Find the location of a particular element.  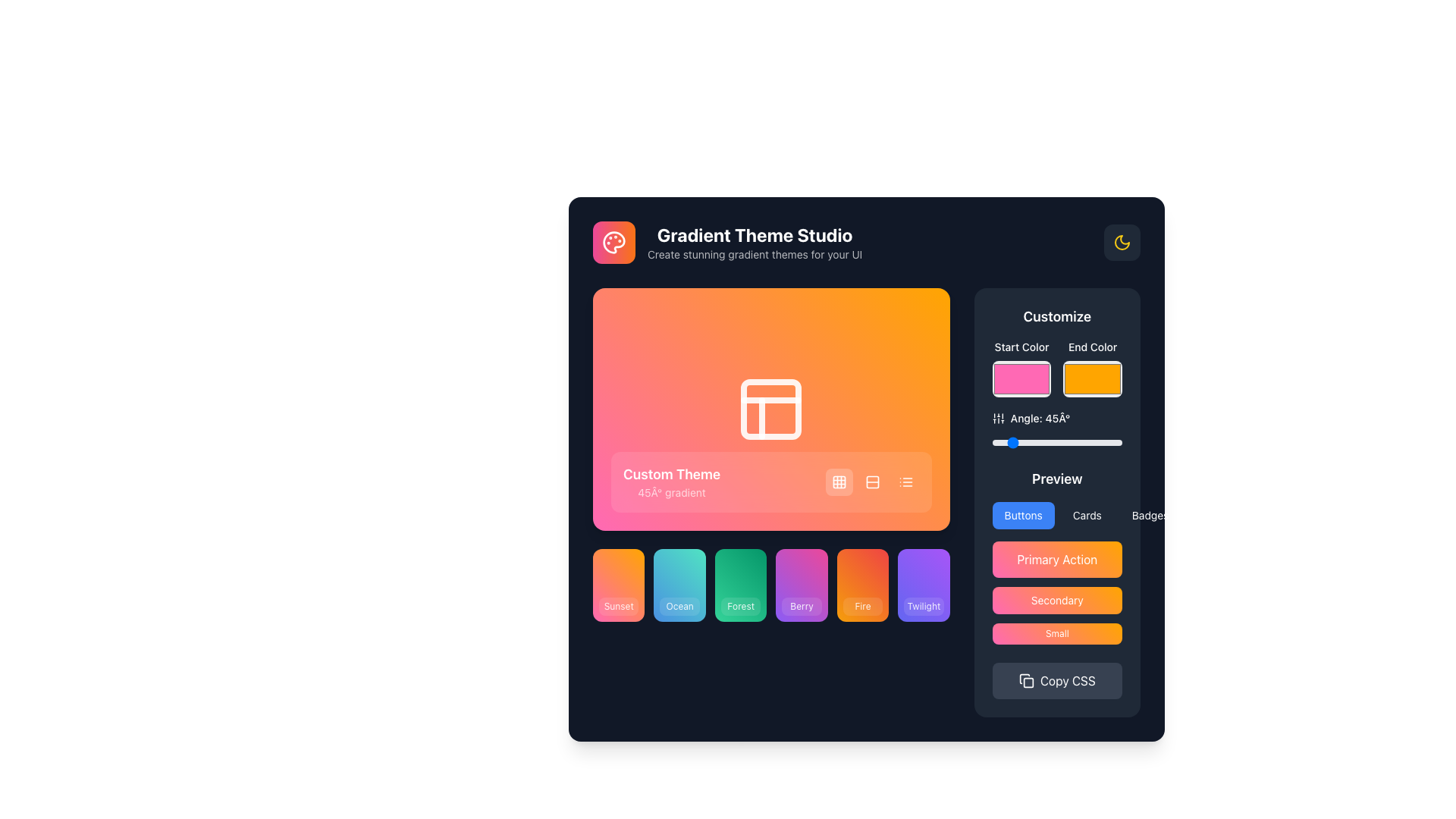

angle is located at coordinates (1027, 442).